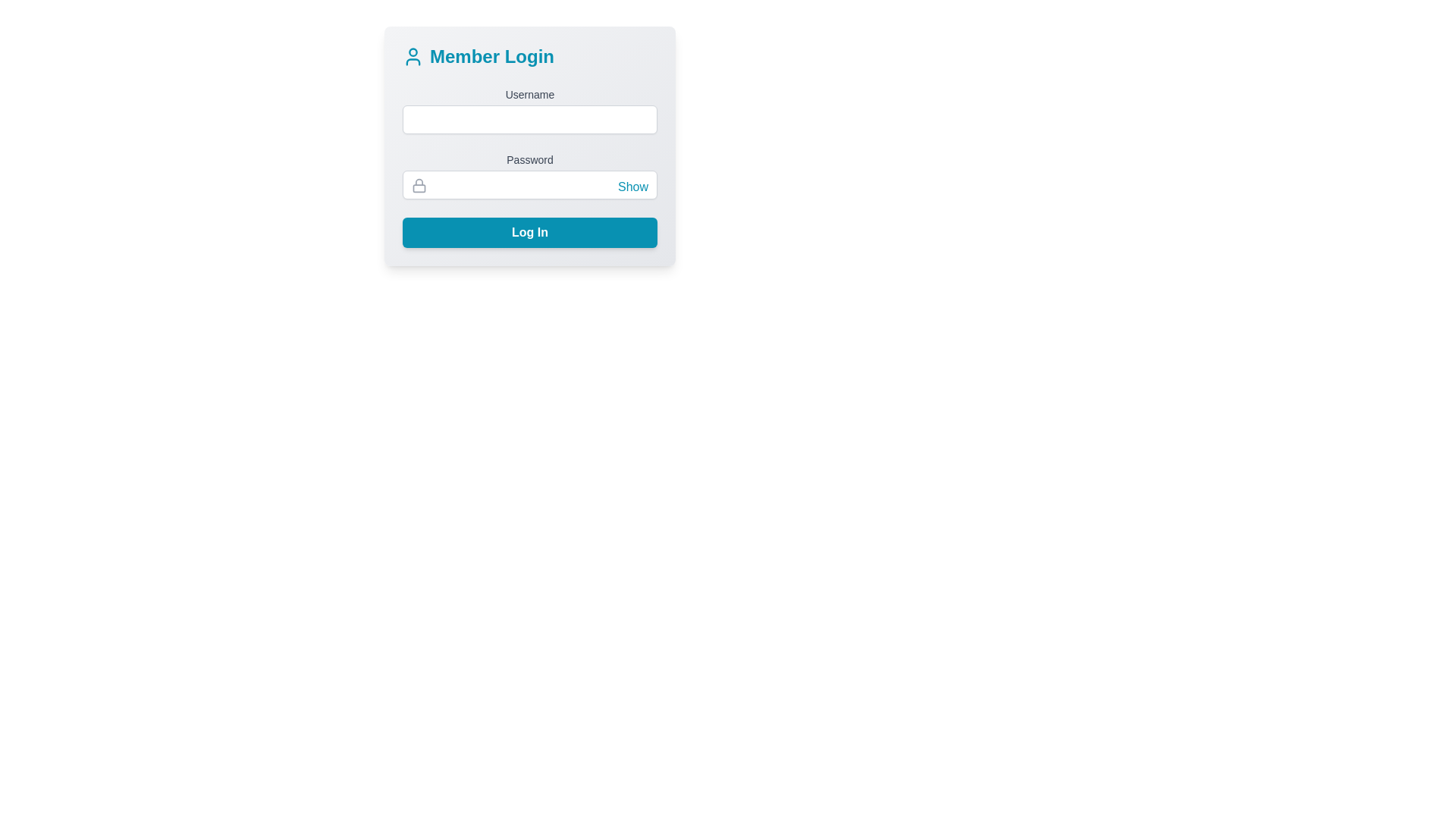  What do you see at coordinates (530, 233) in the screenshot?
I see `the 'Log In' button with white text on a cyan blue background` at bounding box center [530, 233].